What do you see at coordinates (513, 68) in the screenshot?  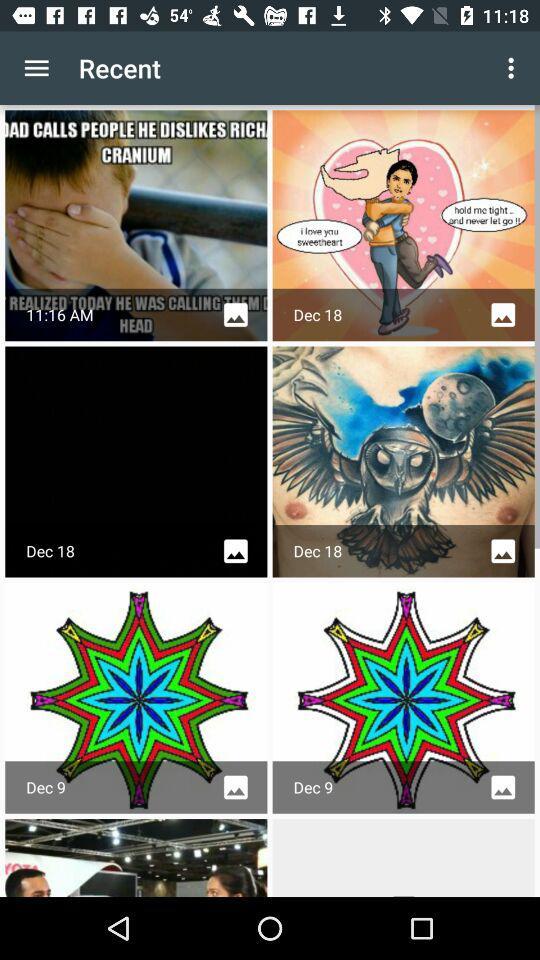 I see `the app to the right of the recent icon` at bounding box center [513, 68].